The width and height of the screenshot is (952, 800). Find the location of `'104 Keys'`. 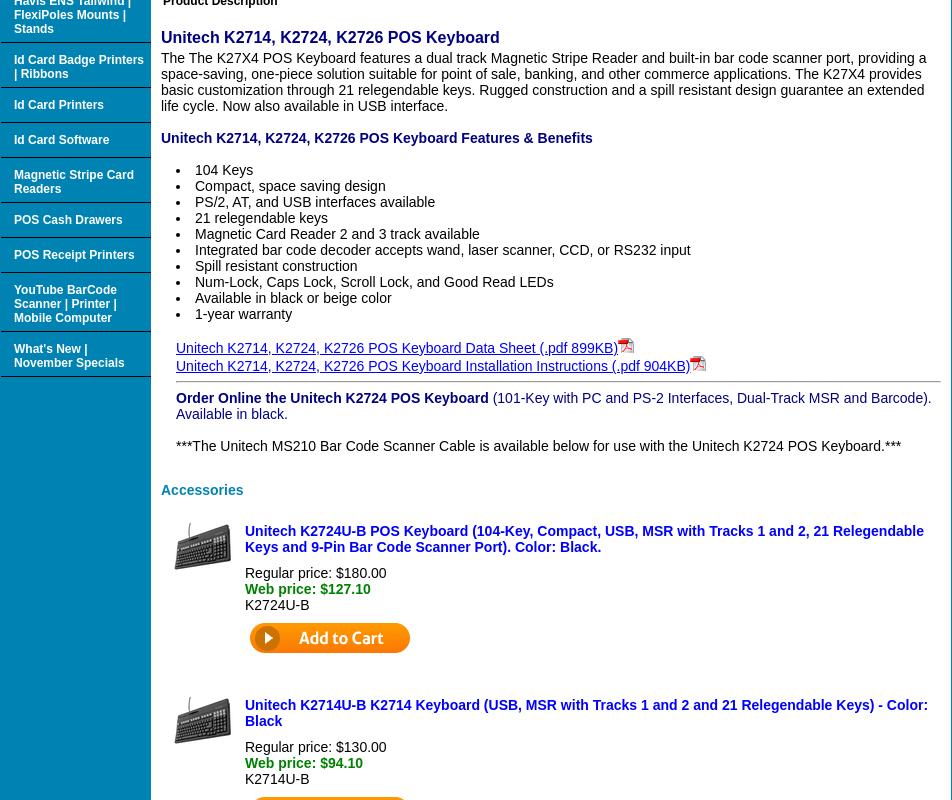

'104 Keys' is located at coordinates (224, 167).